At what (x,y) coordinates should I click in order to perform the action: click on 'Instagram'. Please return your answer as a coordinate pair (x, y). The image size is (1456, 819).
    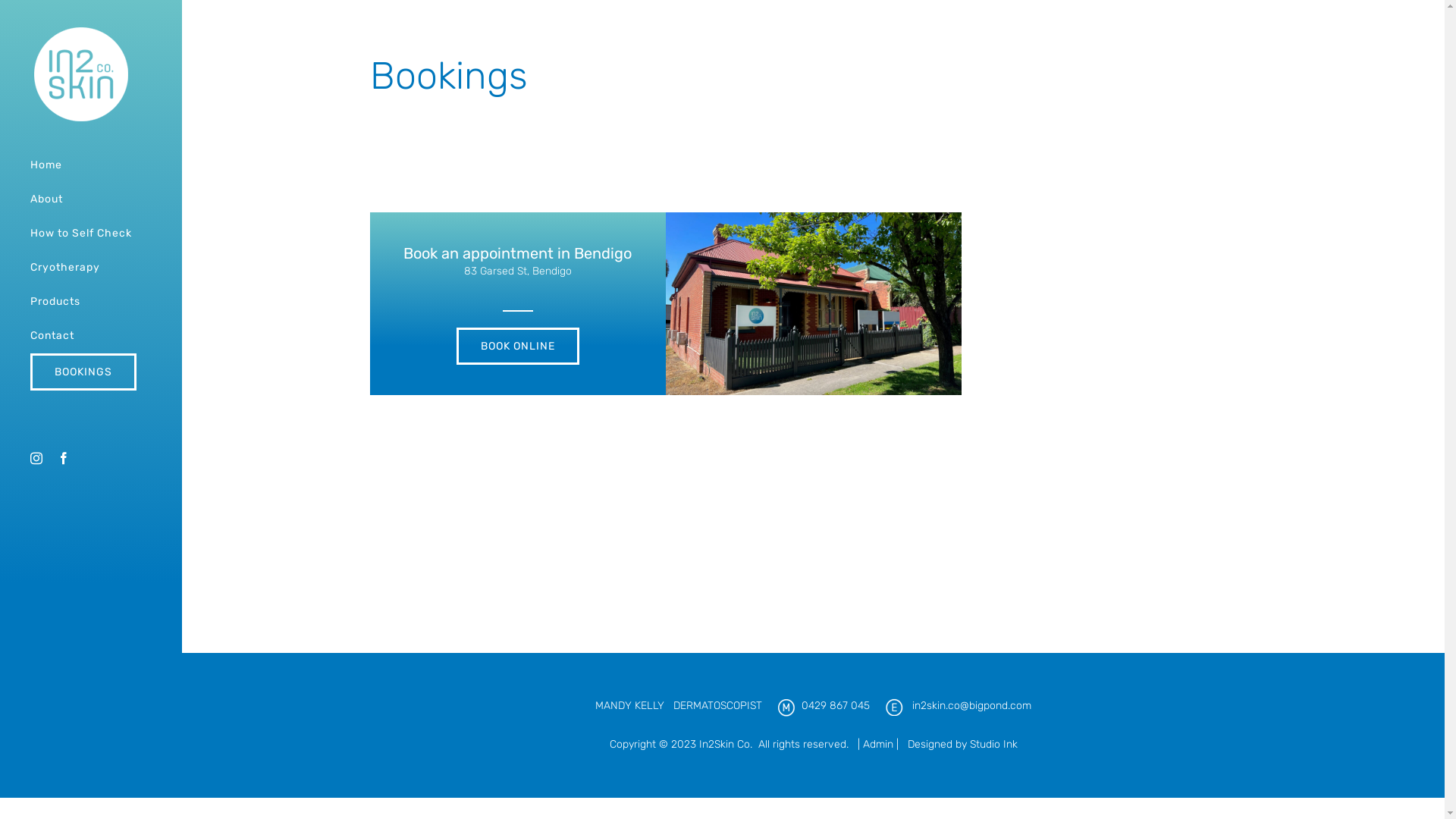
    Looking at the image, I should click on (30, 457).